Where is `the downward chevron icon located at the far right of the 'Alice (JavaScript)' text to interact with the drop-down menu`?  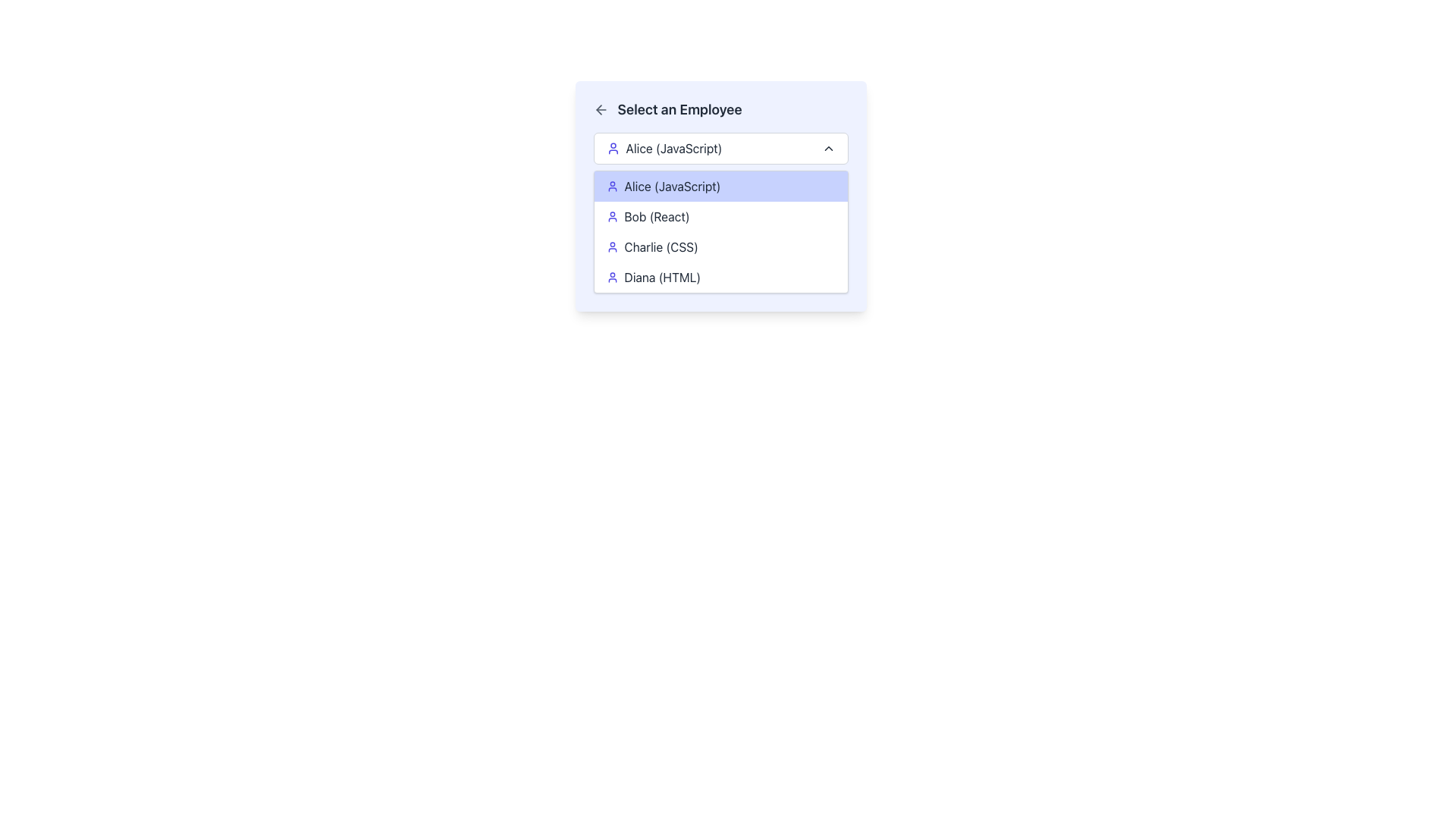 the downward chevron icon located at the far right of the 'Alice (JavaScript)' text to interact with the drop-down menu is located at coordinates (827, 149).